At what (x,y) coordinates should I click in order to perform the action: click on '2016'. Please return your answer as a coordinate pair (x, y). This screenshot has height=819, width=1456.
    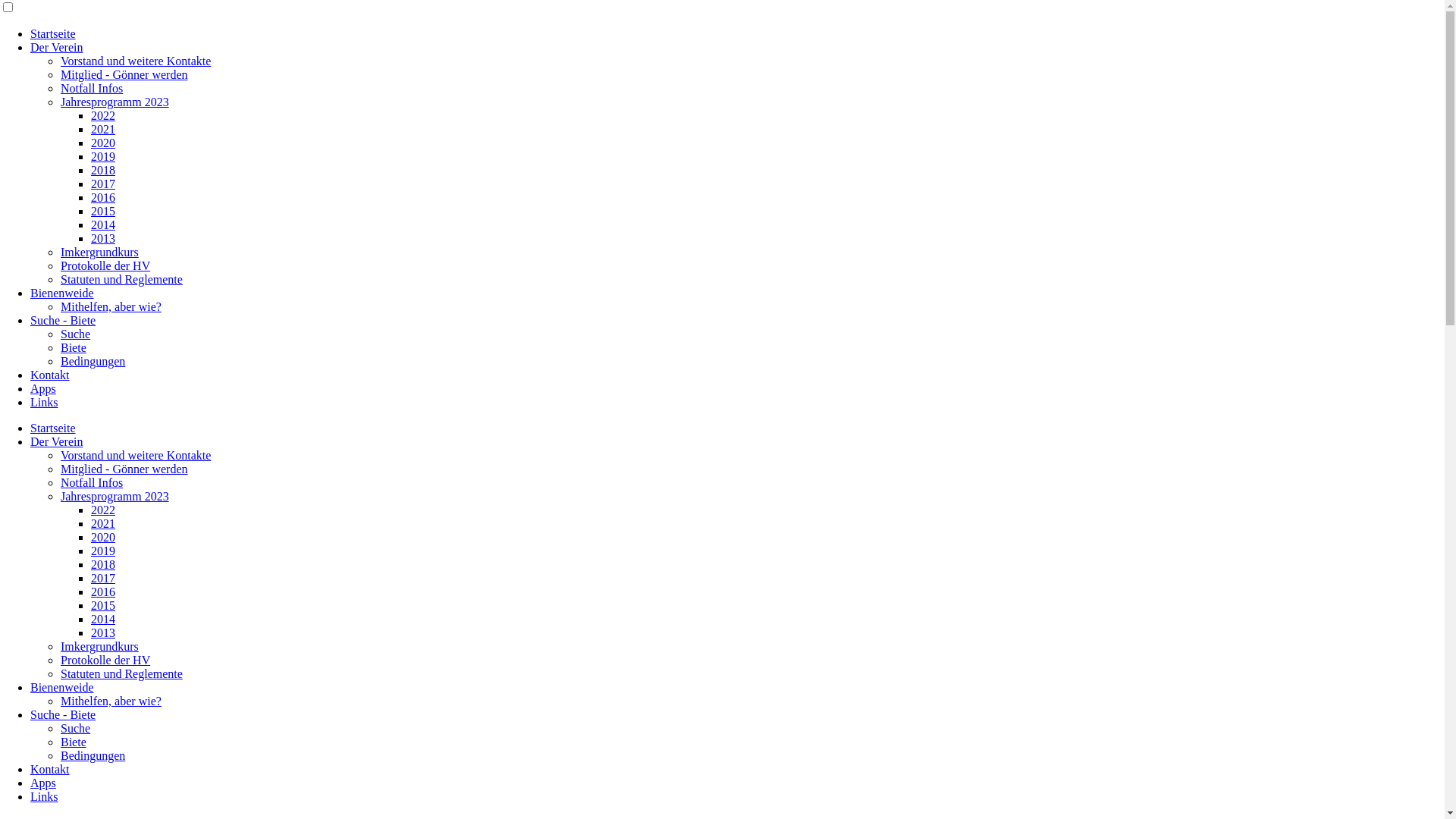
    Looking at the image, I should click on (102, 196).